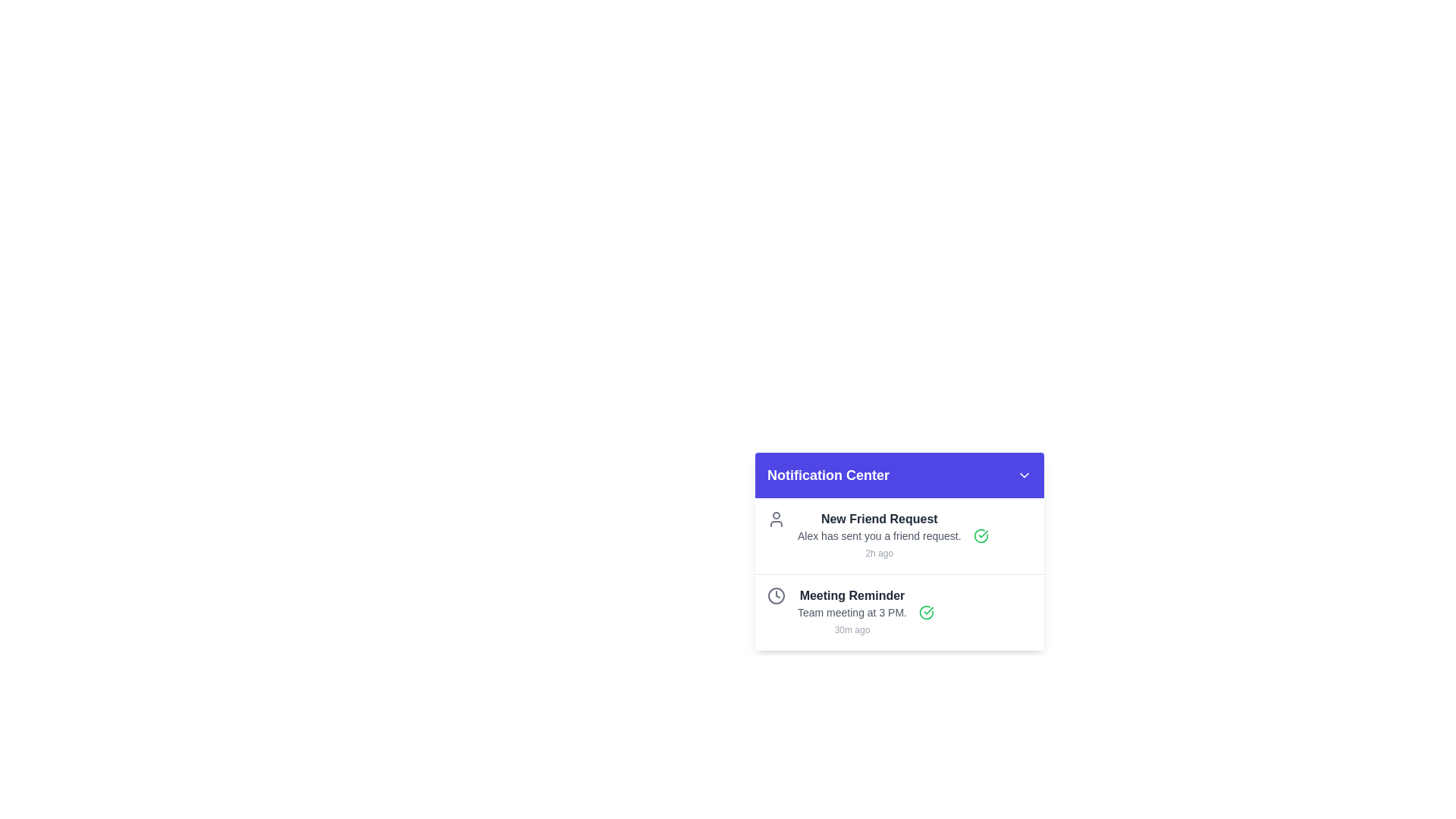 This screenshot has width=1456, height=819. I want to click on the SVG Circle Element that defines the boundary of the clock icon for the 'Meeting Reminder' notification in the Notification Center, so click(776, 595).